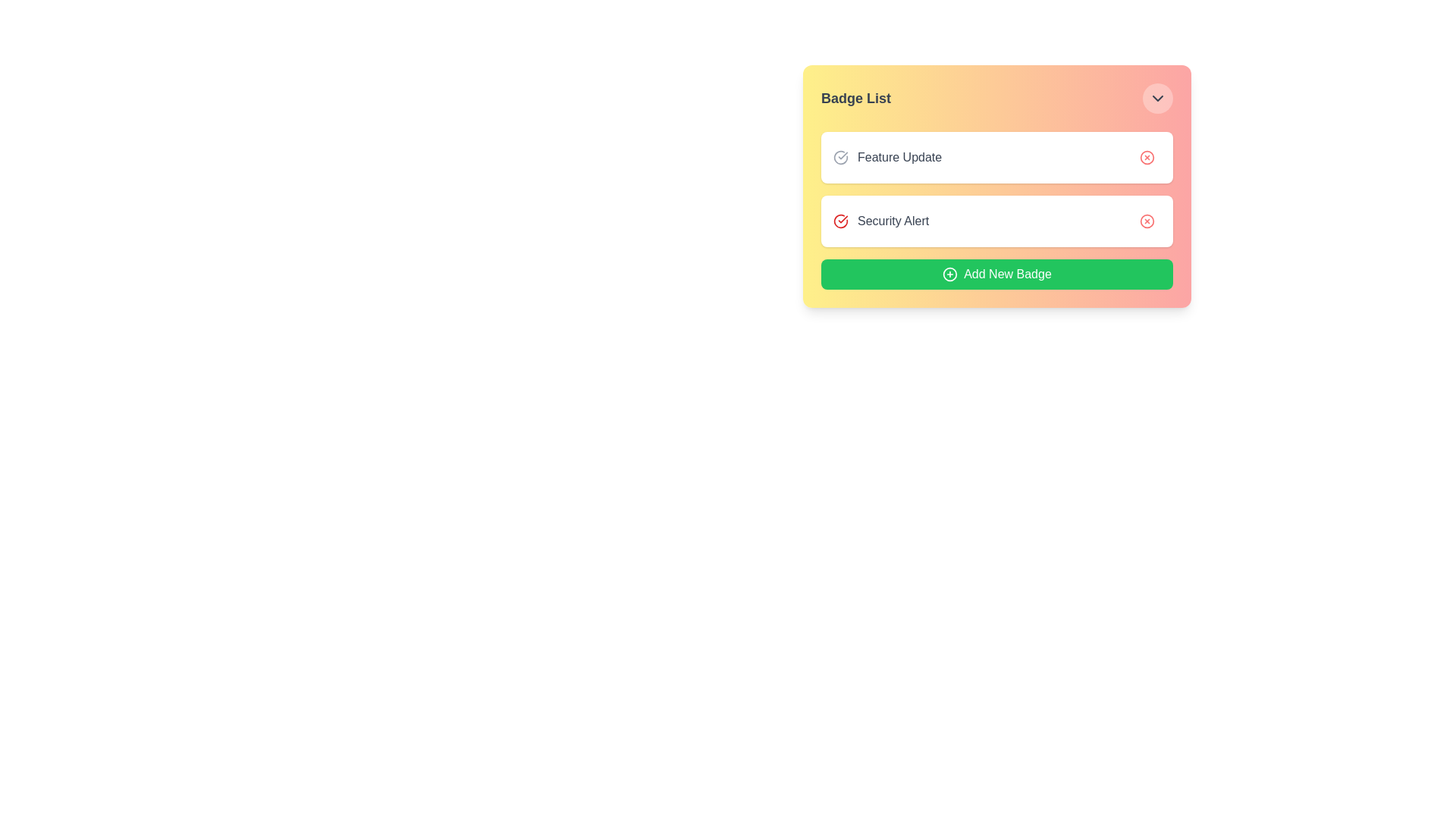 Image resolution: width=1456 pixels, height=819 pixels. I want to click on the button located below 'Feature Update' and 'Security Alert', so click(997, 275).